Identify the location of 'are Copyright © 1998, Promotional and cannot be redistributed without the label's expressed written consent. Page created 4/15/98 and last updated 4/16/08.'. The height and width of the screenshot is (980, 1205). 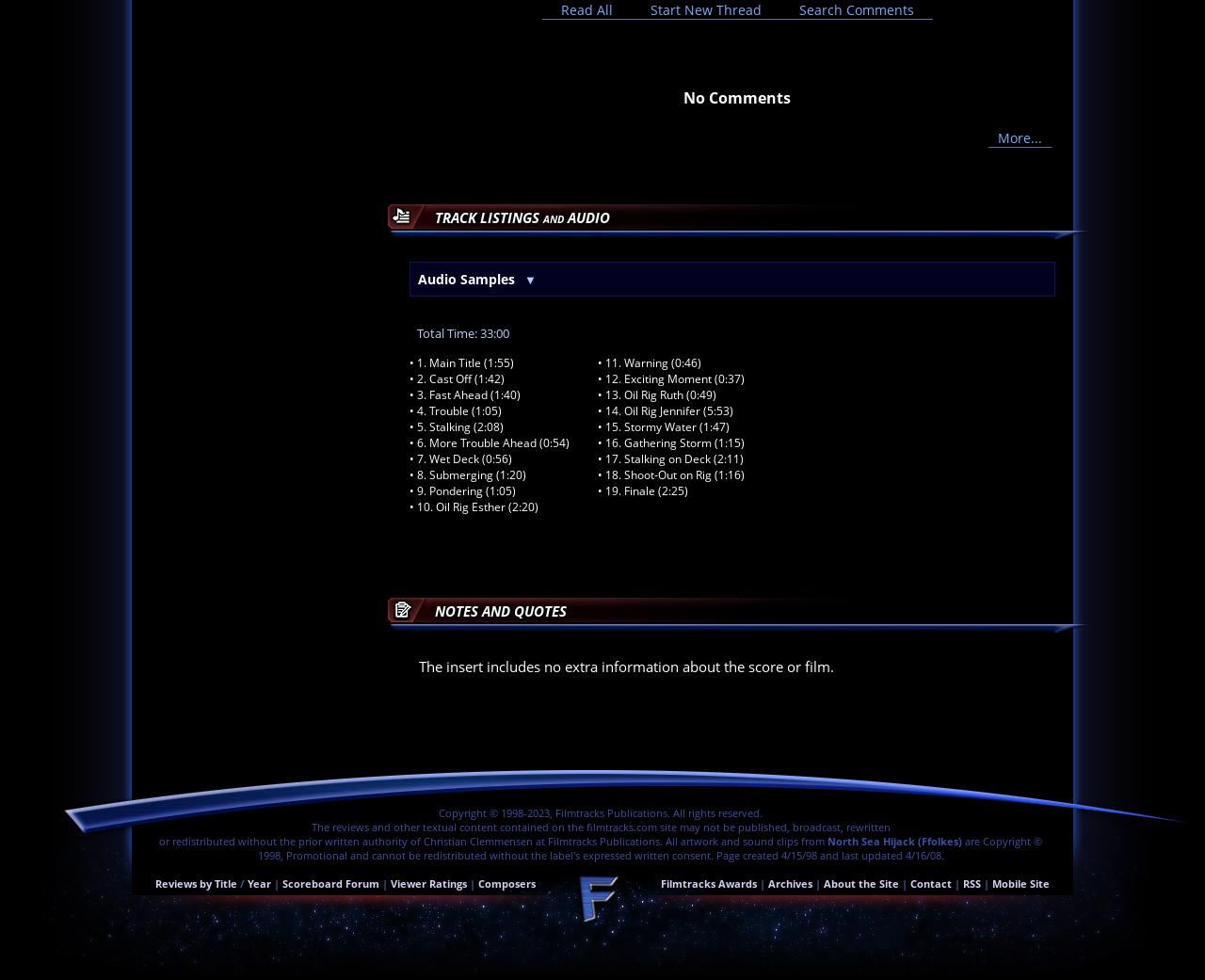
(650, 846).